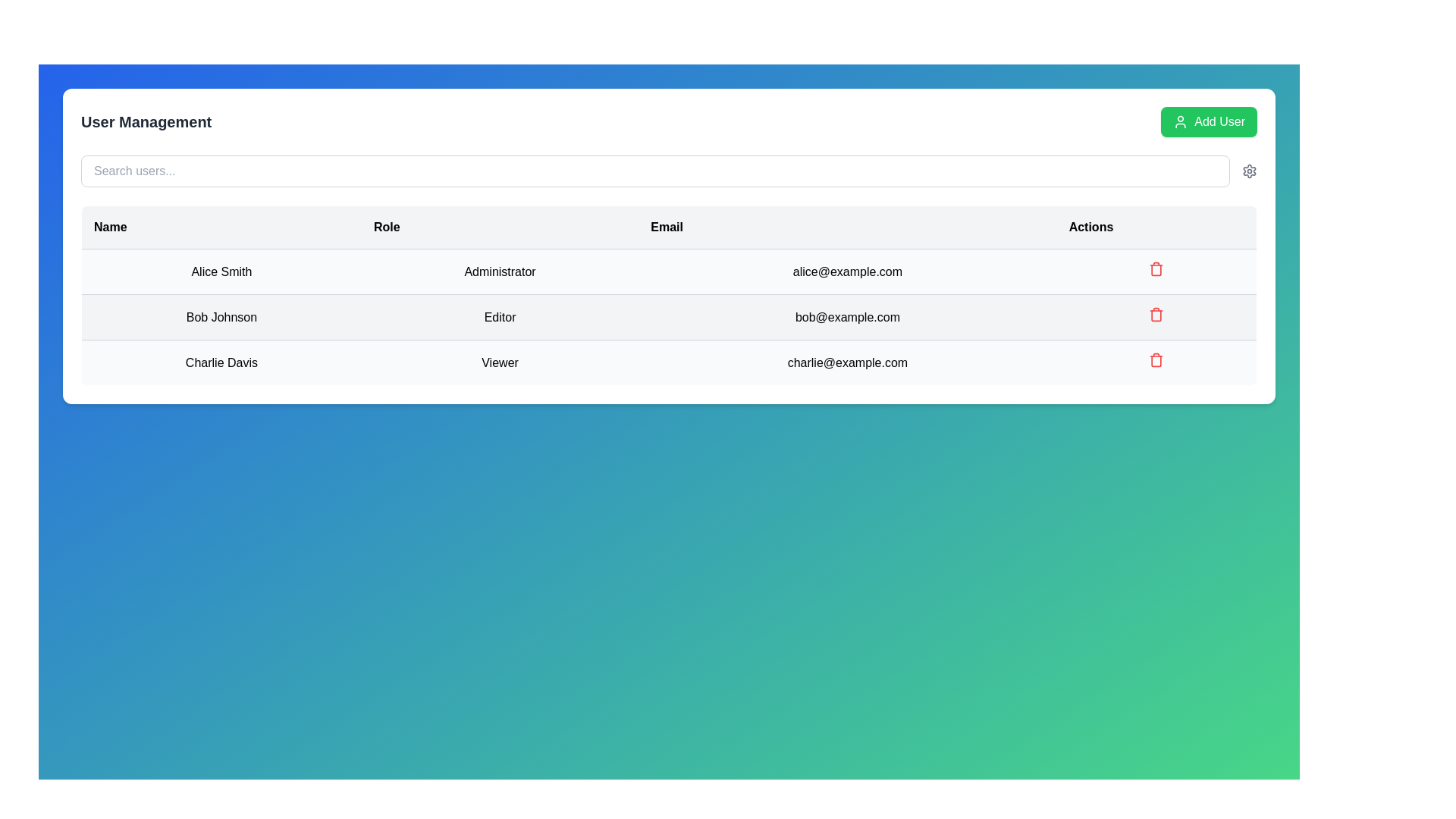 Image resolution: width=1456 pixels, height=819 pixels. What do you see at coordinates (1180, 121) in the screenshot?
I see `the user icon, which is an outline figure of a person within a circular frame, located to the left of the 'Add User' text in the 'User Management' section` at bounding box center [1180, 121].